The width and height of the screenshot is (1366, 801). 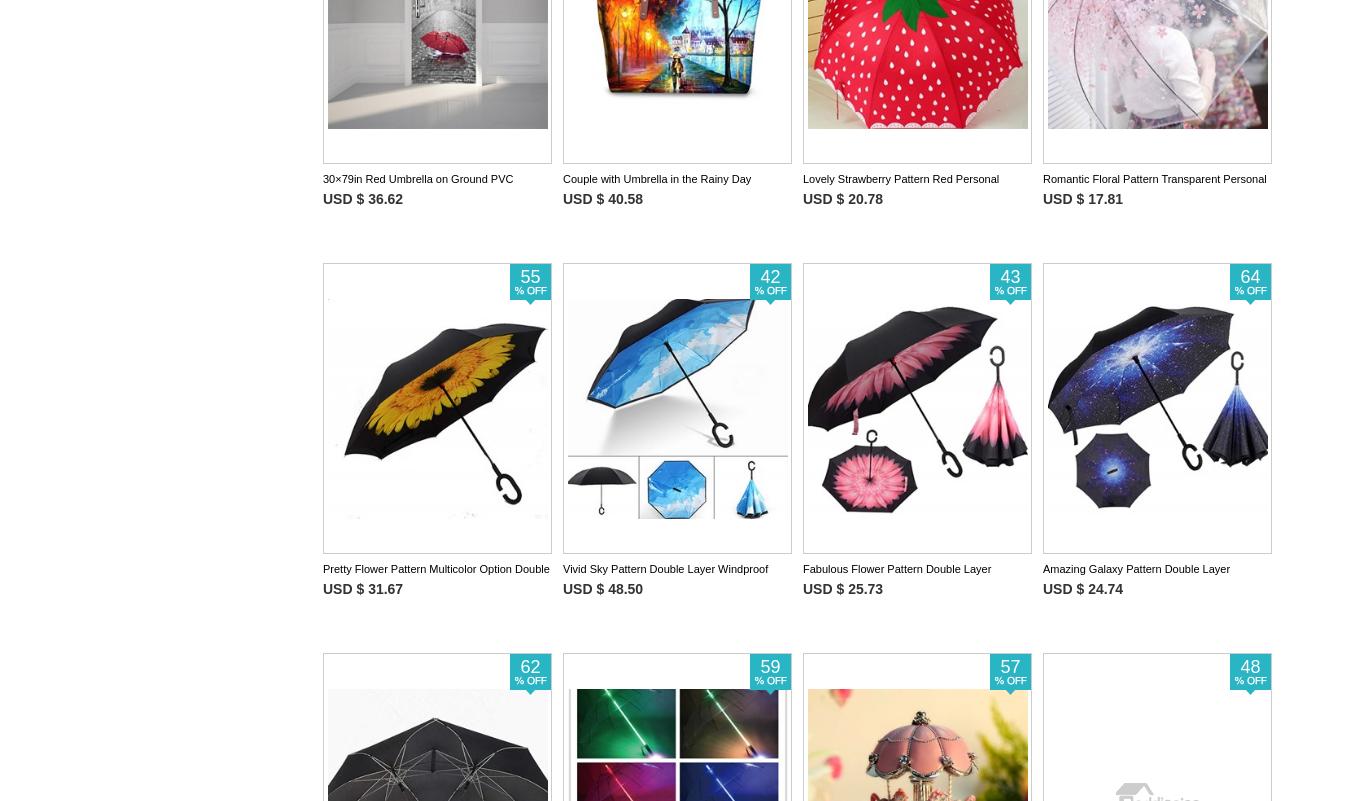 What do you see at coordinates (664, 577) in the screenshot?
I see `'Vivid Sky Pattern Double Layer Windproof Reverse Umbrella'` at bounding box center [664, 577].